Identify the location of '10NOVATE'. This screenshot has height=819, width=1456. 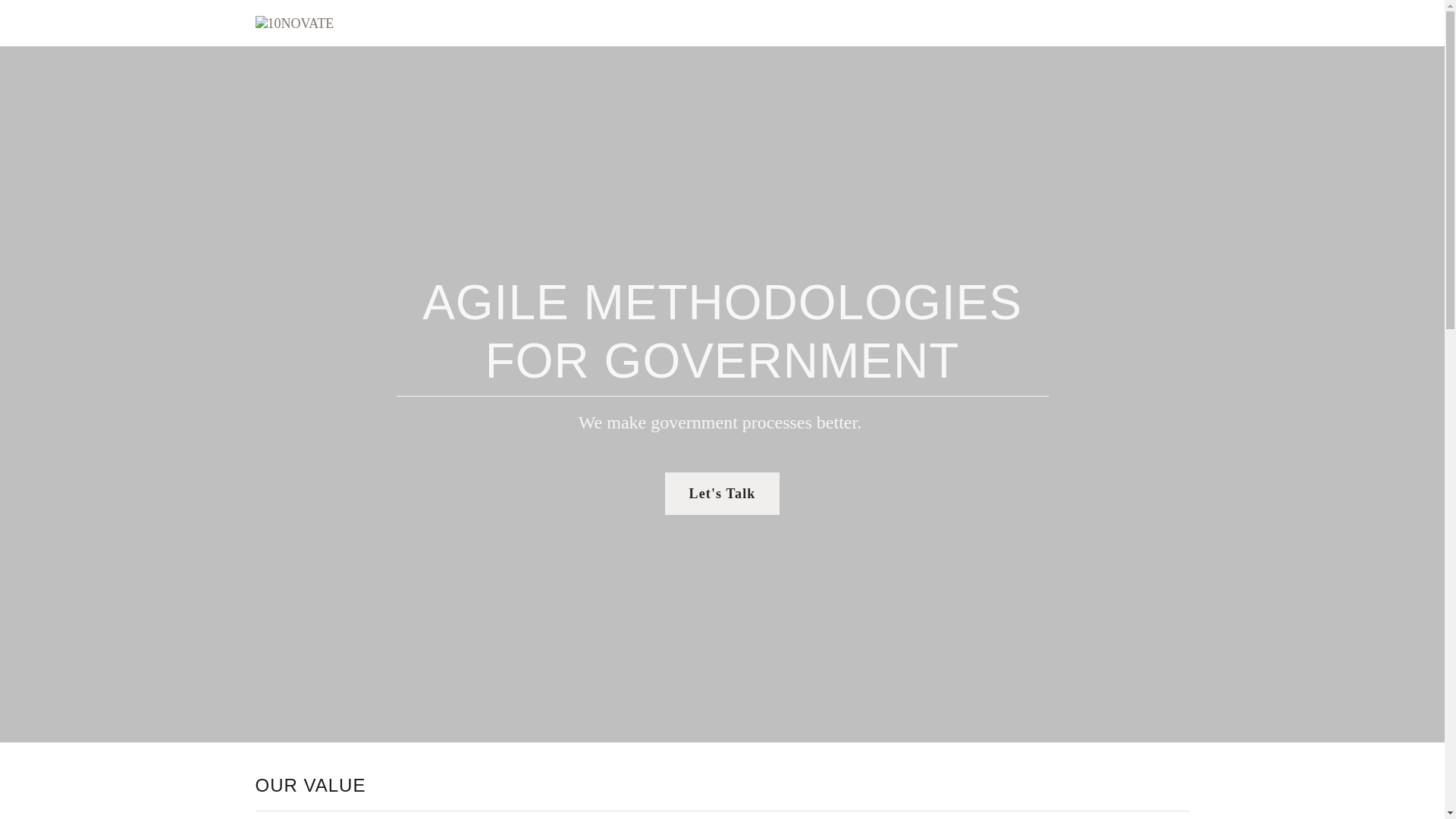
(294, 22).